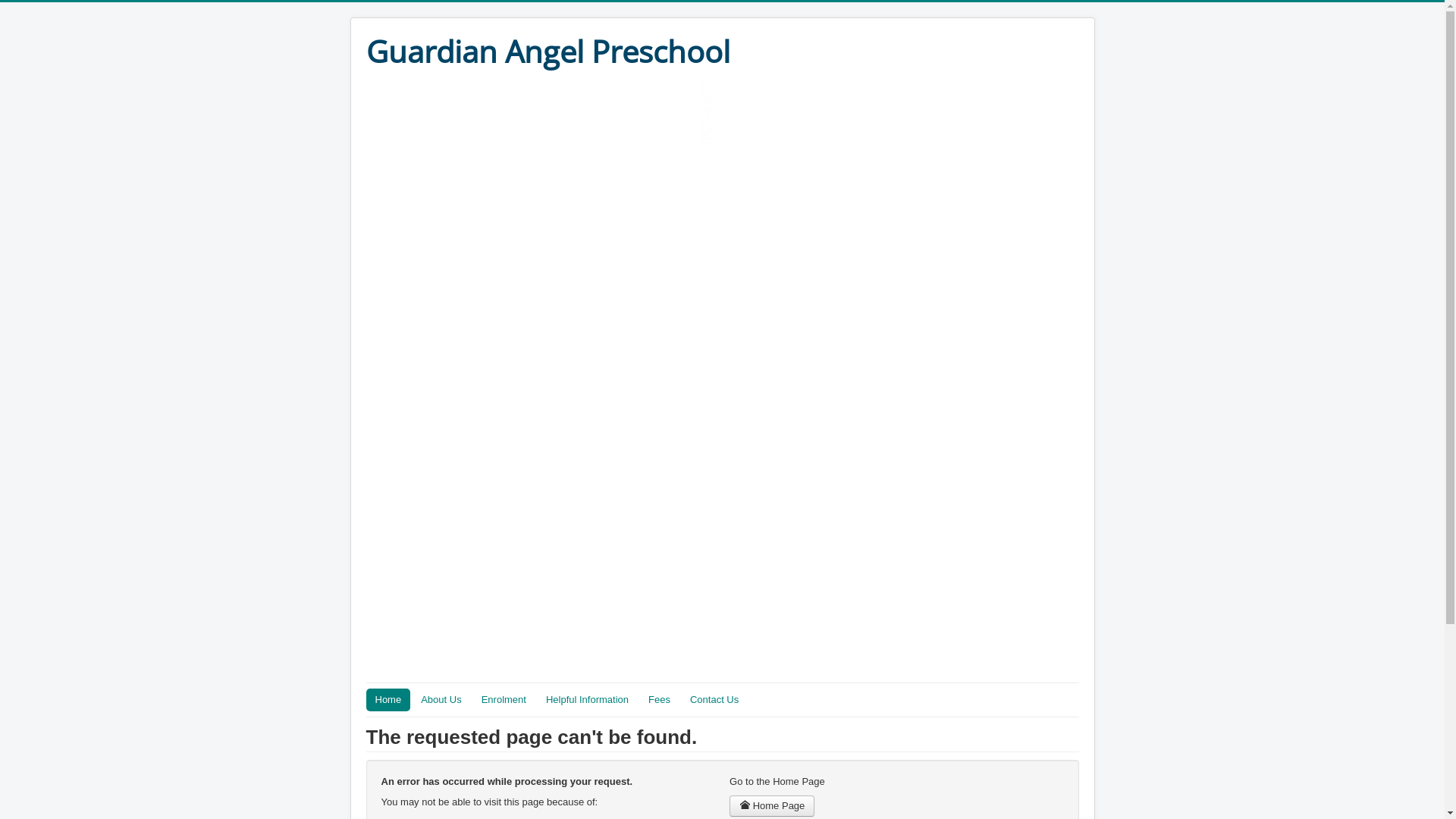  Describe the element at coordinates (659, 699) in the screenshot. I see `'Fees'` at that location.